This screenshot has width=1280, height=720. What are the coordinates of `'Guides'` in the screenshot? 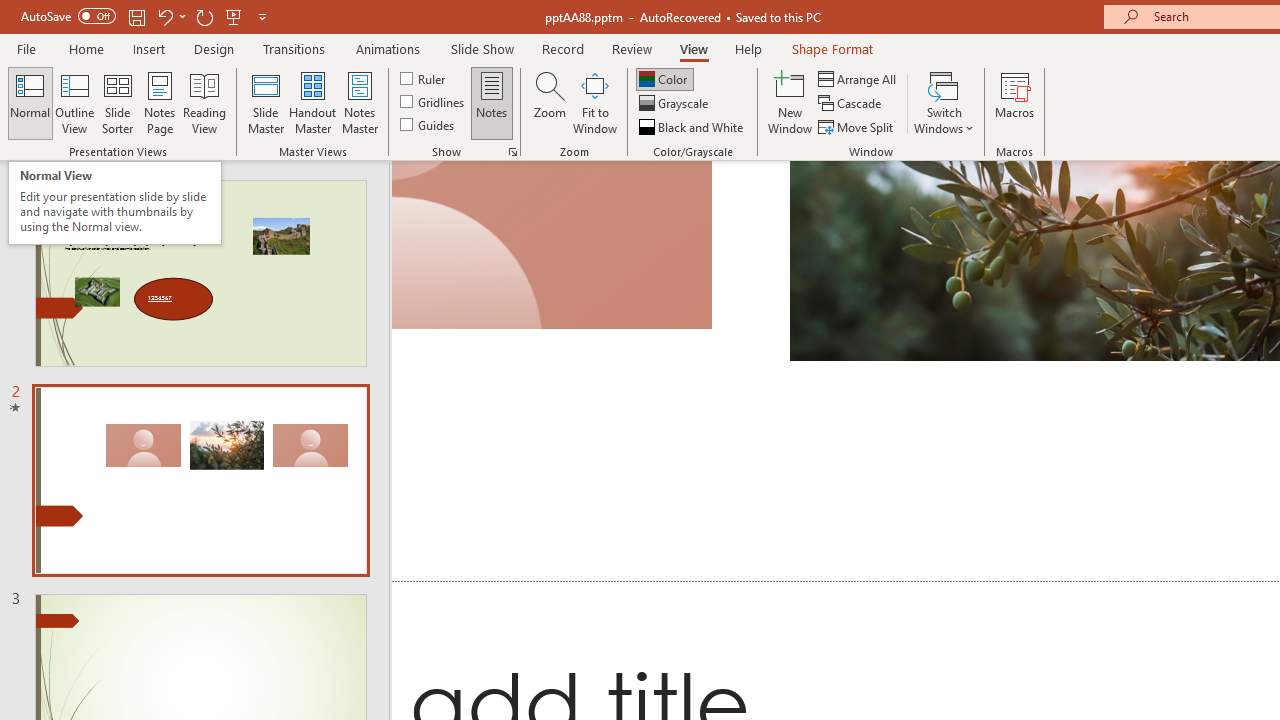 It's located at (427, 124).